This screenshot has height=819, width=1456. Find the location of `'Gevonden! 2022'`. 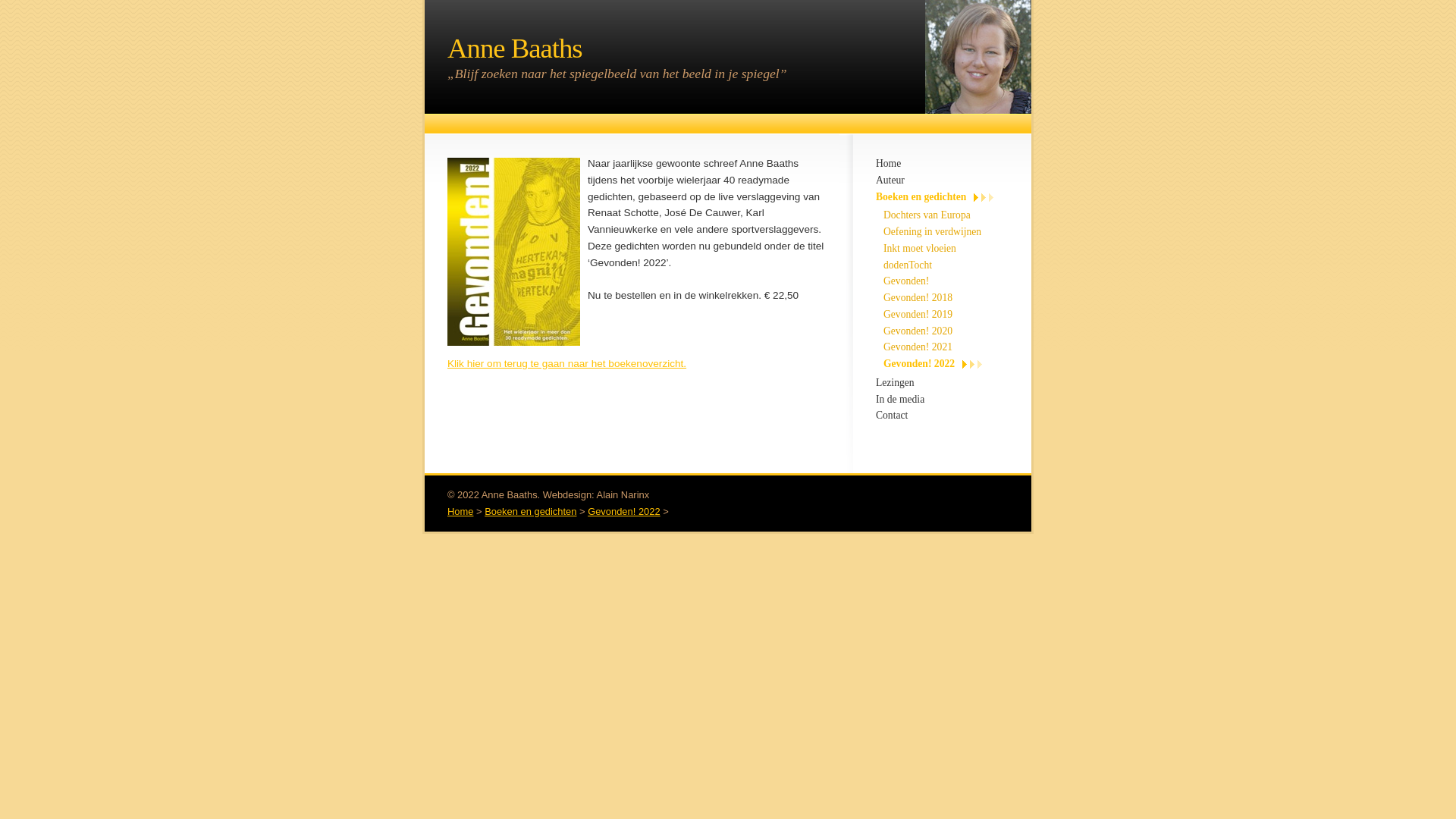

'Gevonden! 2022' is located at coordinates (931, 363).